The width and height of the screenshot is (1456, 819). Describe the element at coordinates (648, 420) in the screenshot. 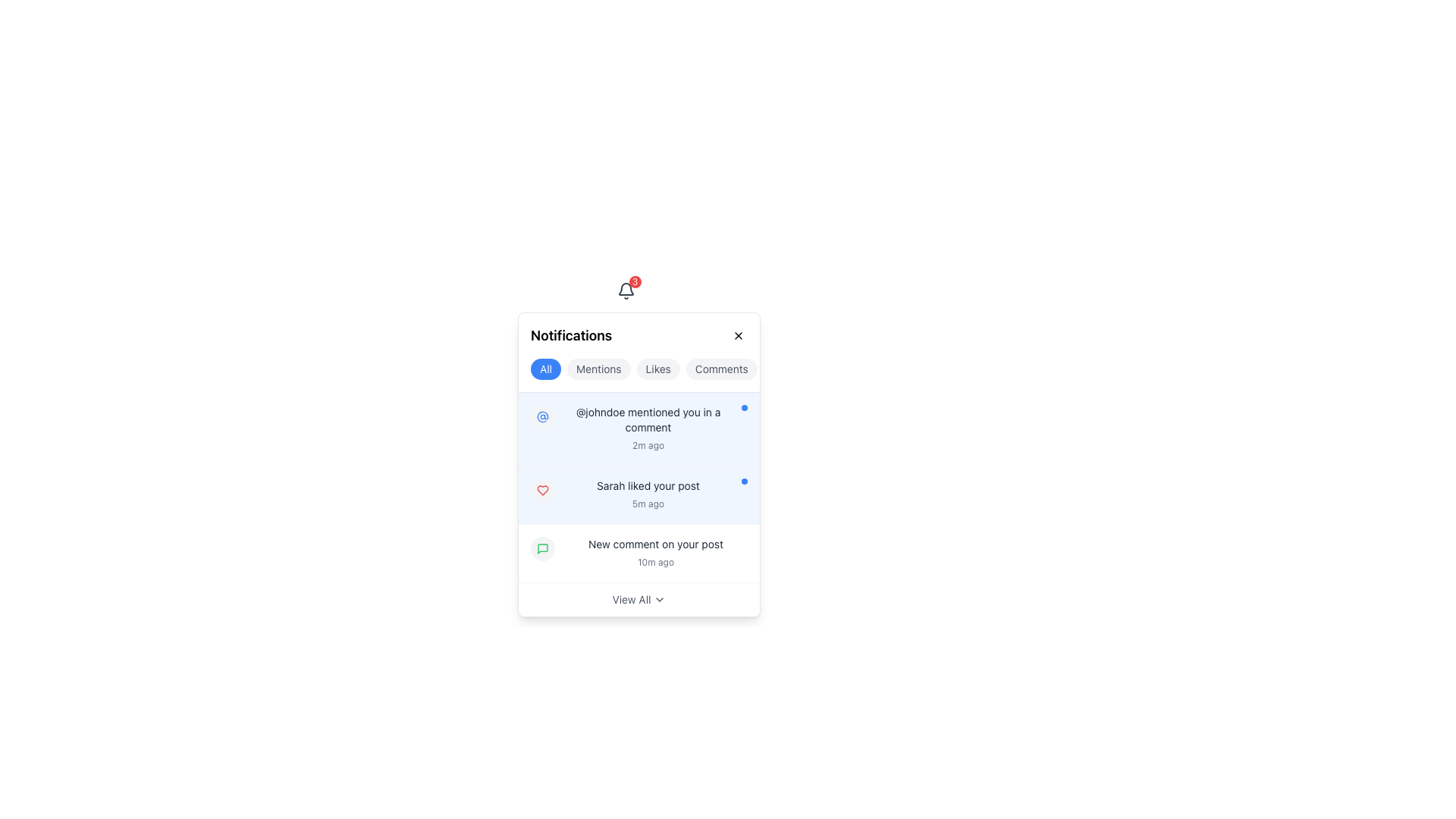

I see `the static text notification message reading '@johndoe mentioned you in a comment' to visually associate it with its timestamp '2m ago' below it` at that location.